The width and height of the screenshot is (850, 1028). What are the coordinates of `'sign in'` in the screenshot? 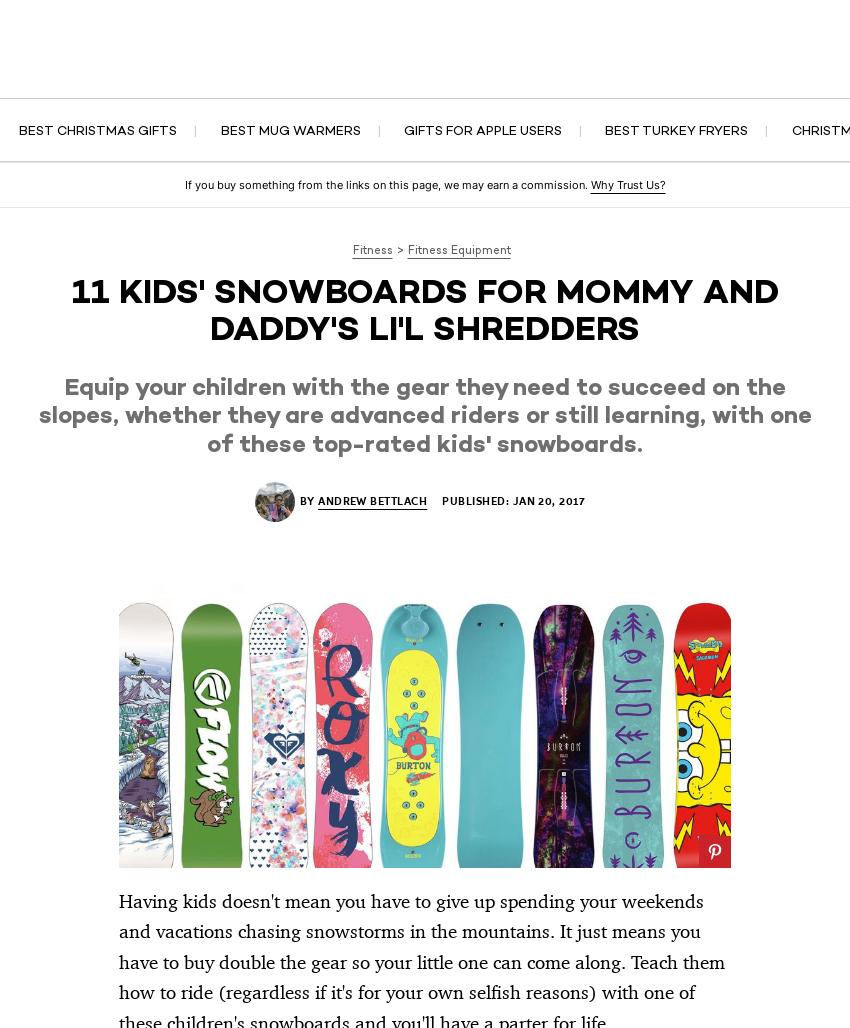 It's located at (784, 23).